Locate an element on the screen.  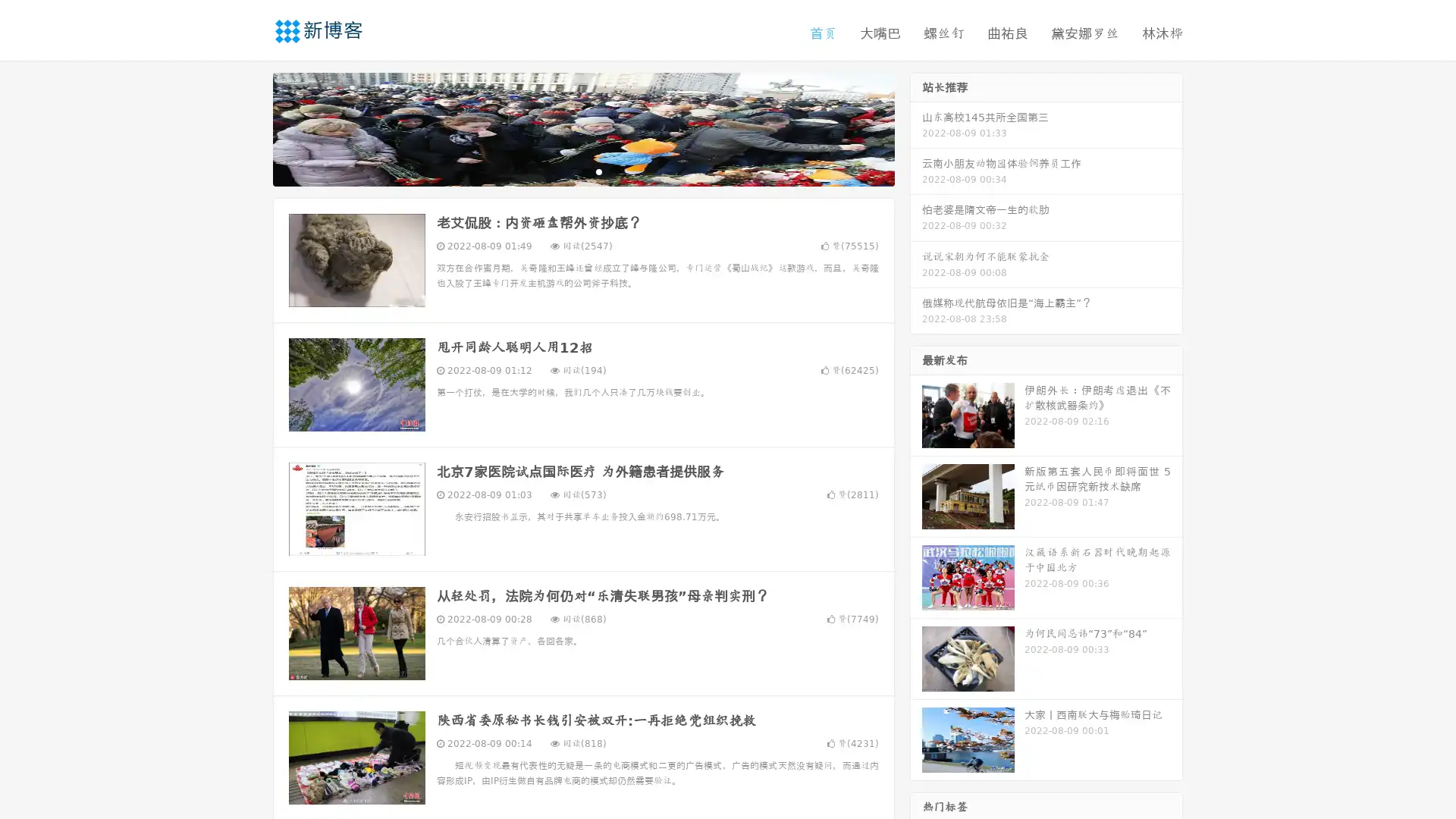
Go to slide 3 is located at coordinates (598, 171).